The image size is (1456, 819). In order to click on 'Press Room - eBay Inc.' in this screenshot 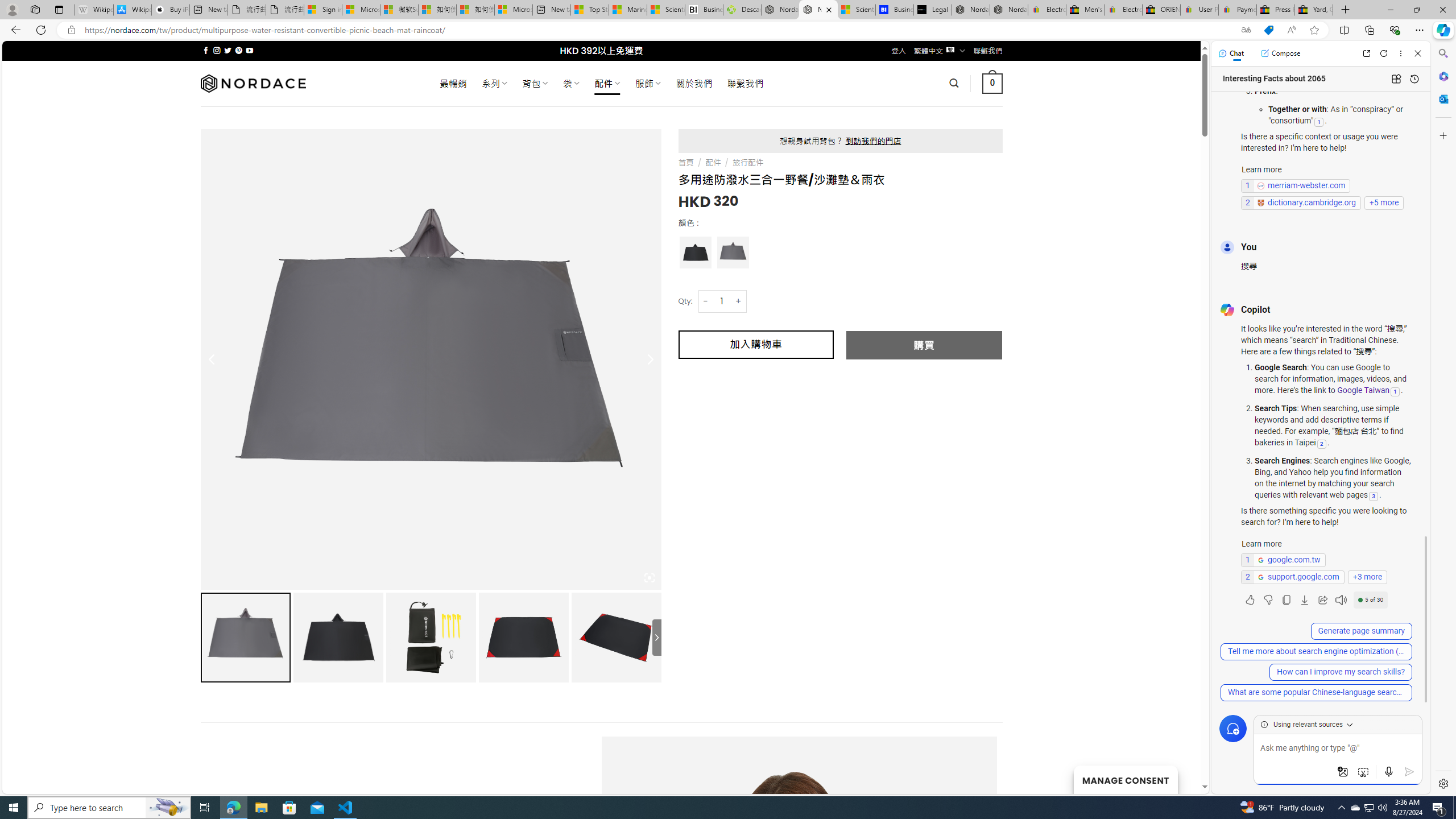, I will do `click(1275, 9)`.